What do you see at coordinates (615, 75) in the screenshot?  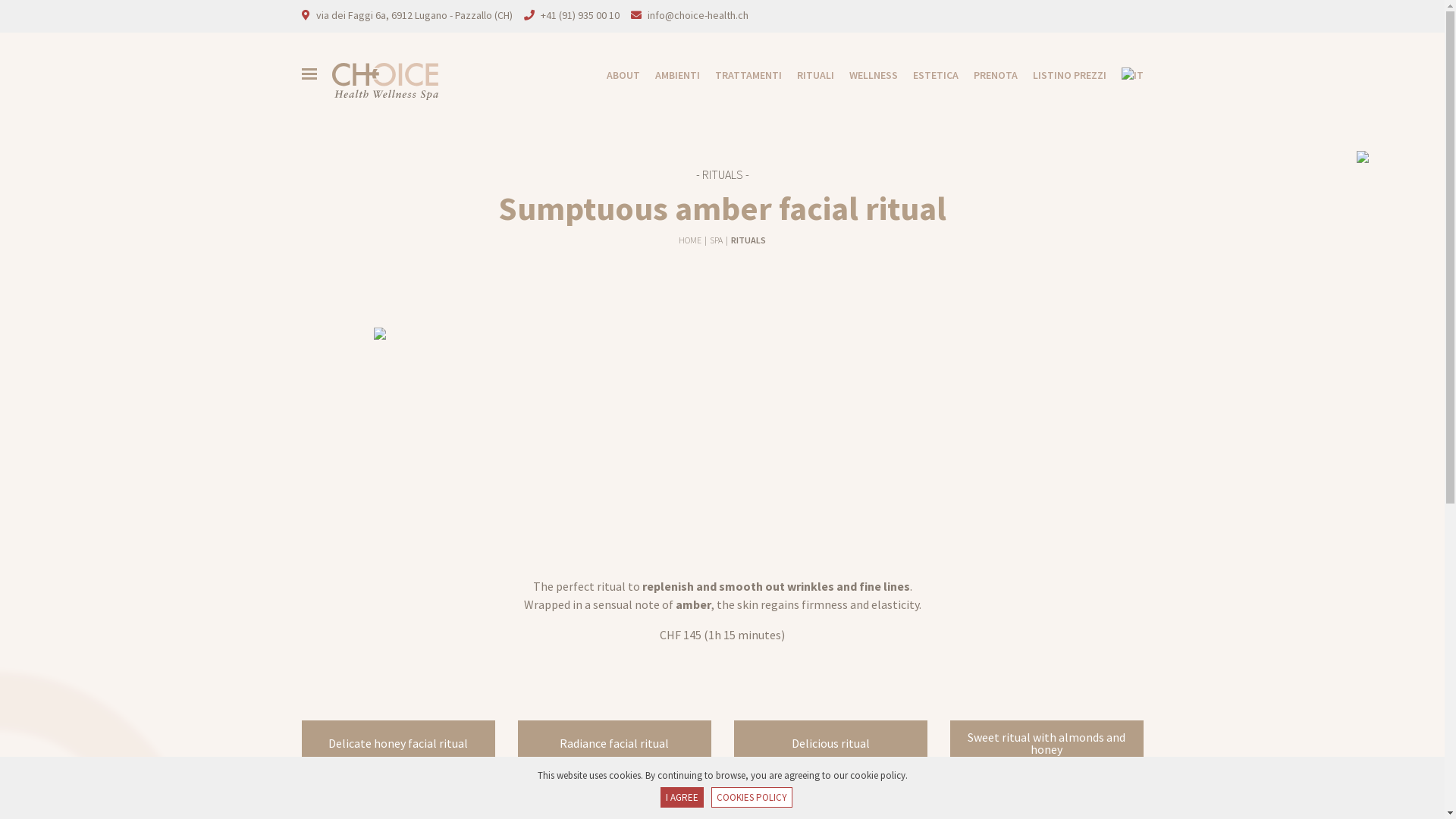 I see `'ABOUT'` at bounding box center [615, 75].